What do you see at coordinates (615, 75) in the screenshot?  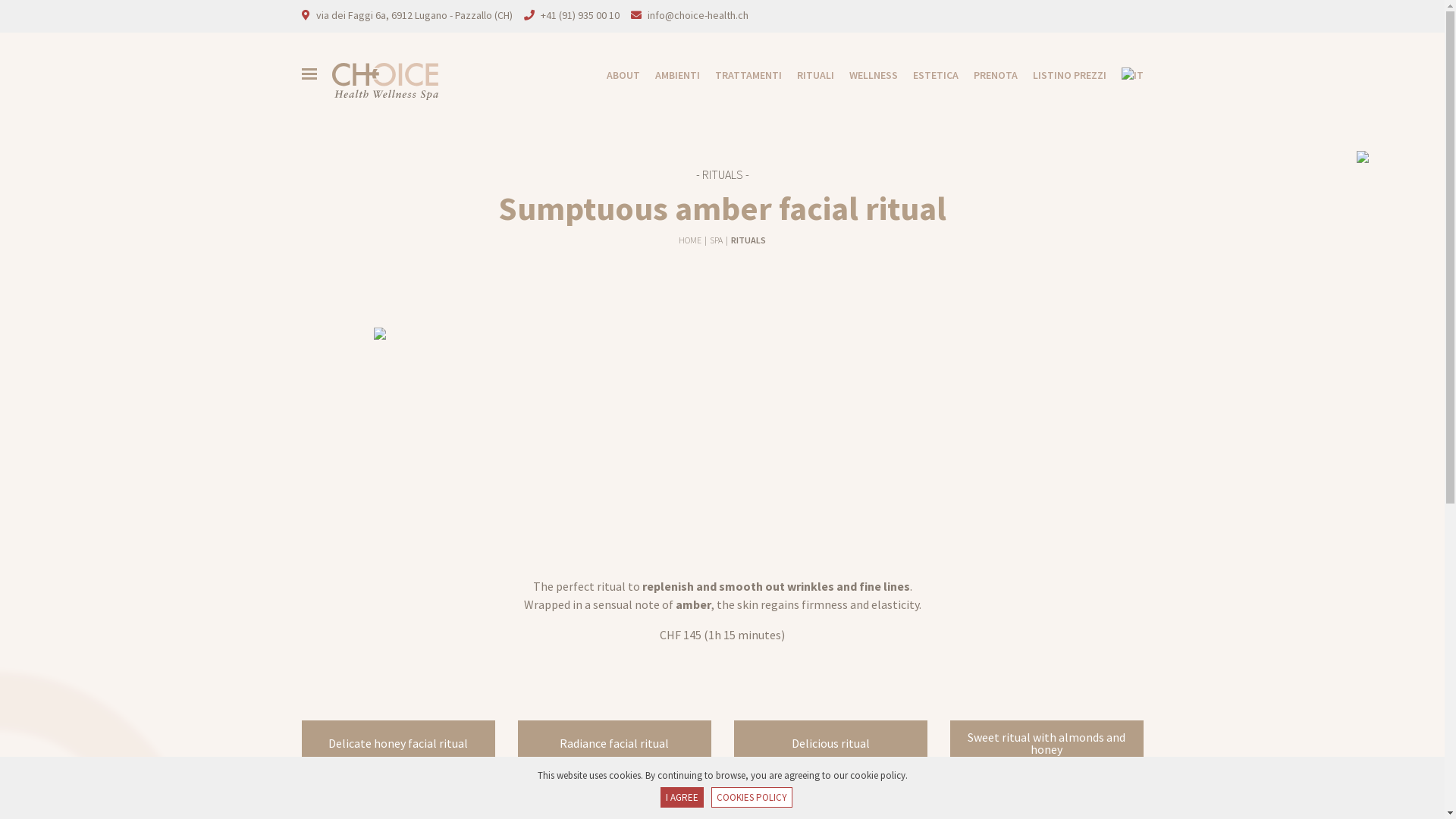 I see `'ABOUT'` at bounding box center [615, 75].